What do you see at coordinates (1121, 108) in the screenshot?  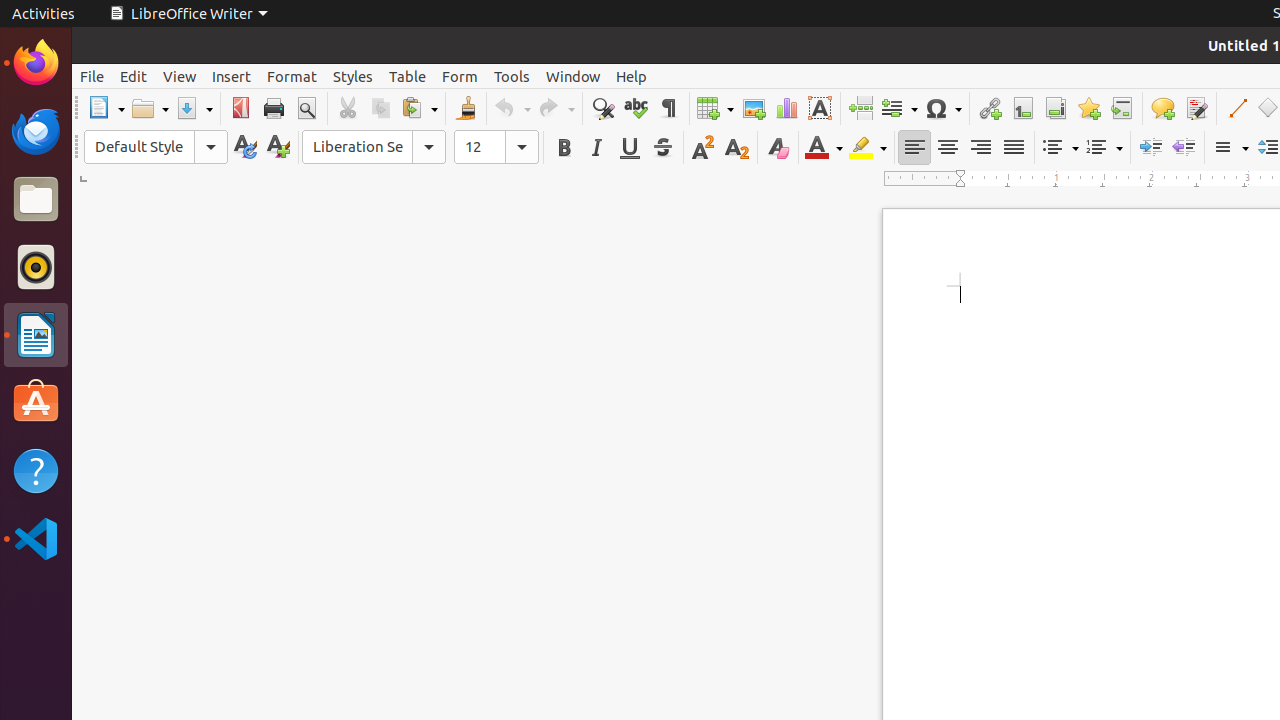 I see `'Cross-reference'` at bounding box center [1121, 108].